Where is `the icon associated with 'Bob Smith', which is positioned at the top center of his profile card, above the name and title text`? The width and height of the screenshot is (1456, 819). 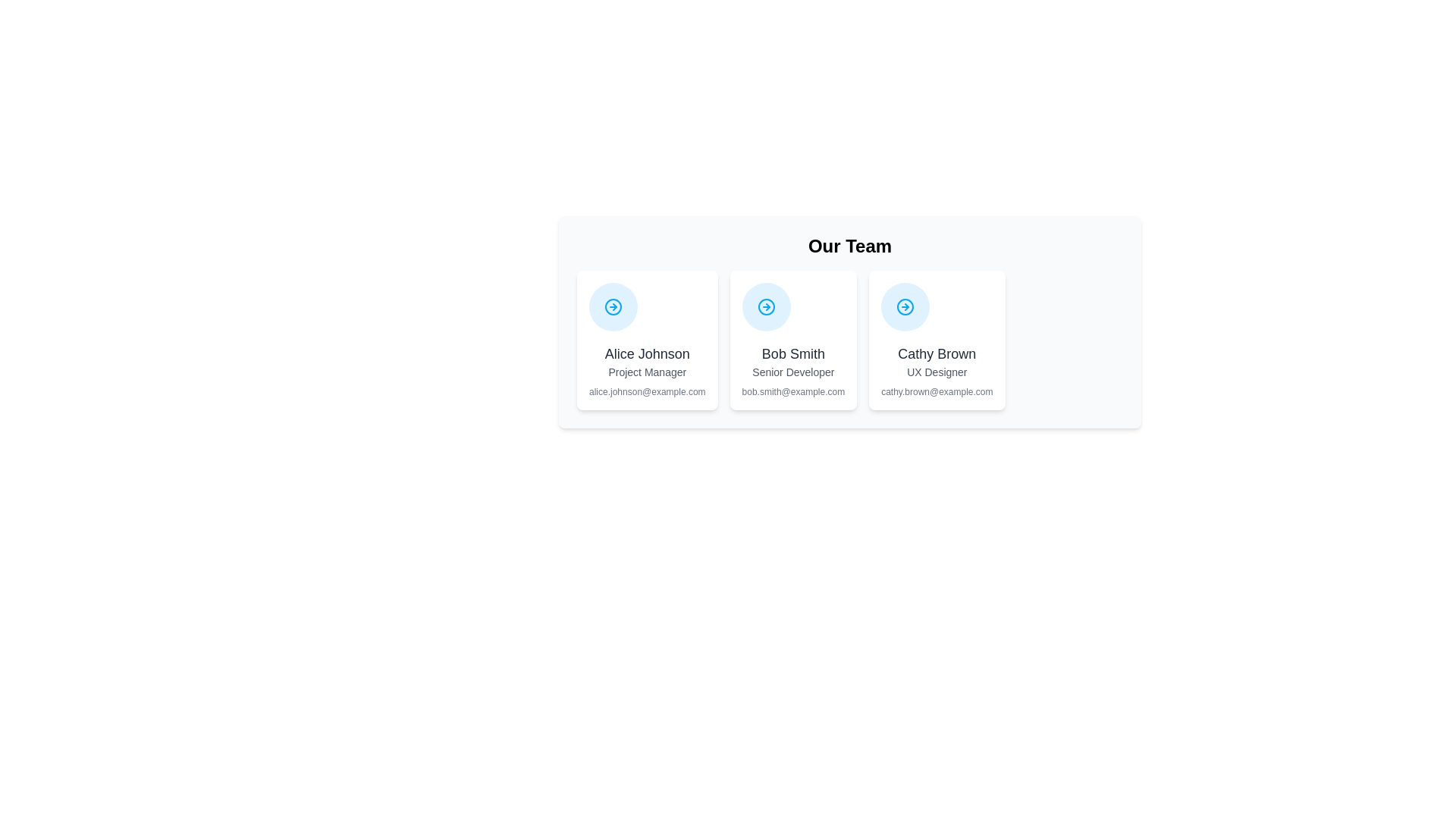
the icon associated with 'Bob Smith', which is positioned at the top center of his profile card, above the name and title text is located at coordinates (766, 307).